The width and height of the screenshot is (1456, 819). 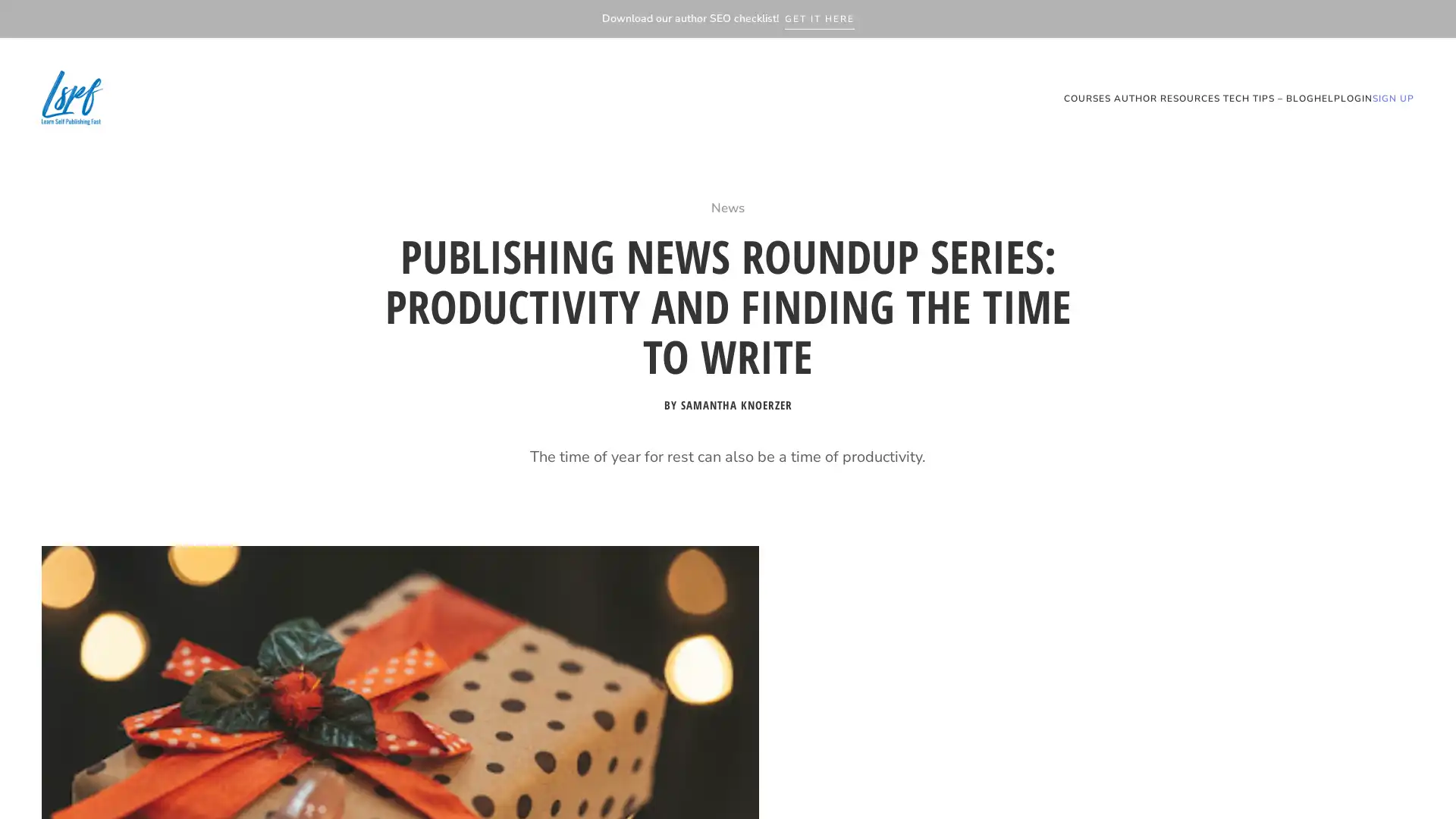 What do you see at coordinates (767, 336) in the screenshot?
I see `Get our SEO Checklist` at bounding box center [767, 336].